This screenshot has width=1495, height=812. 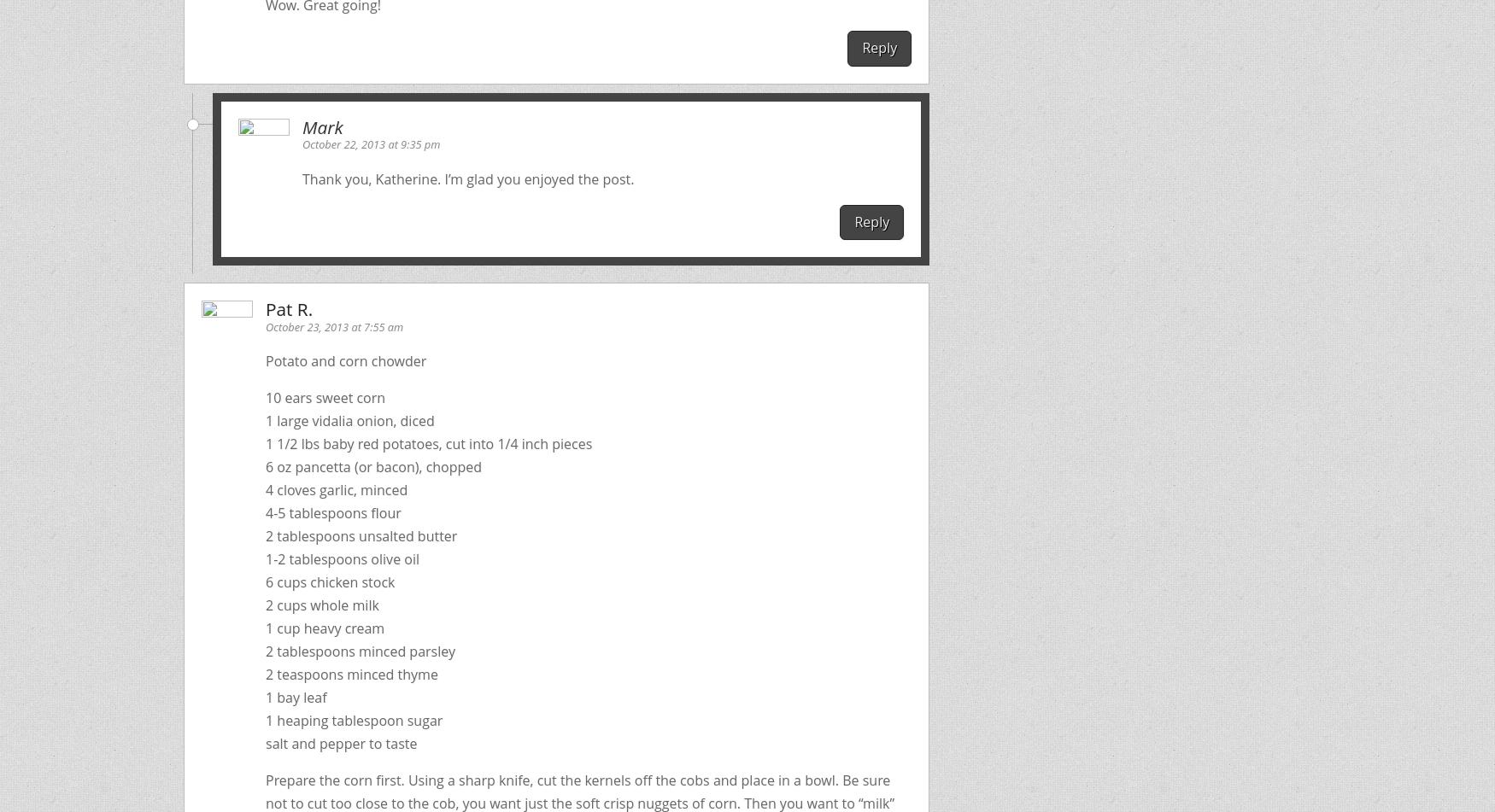 I want to click on '4 cloves garlic, minced', so click(x=335, y=489).